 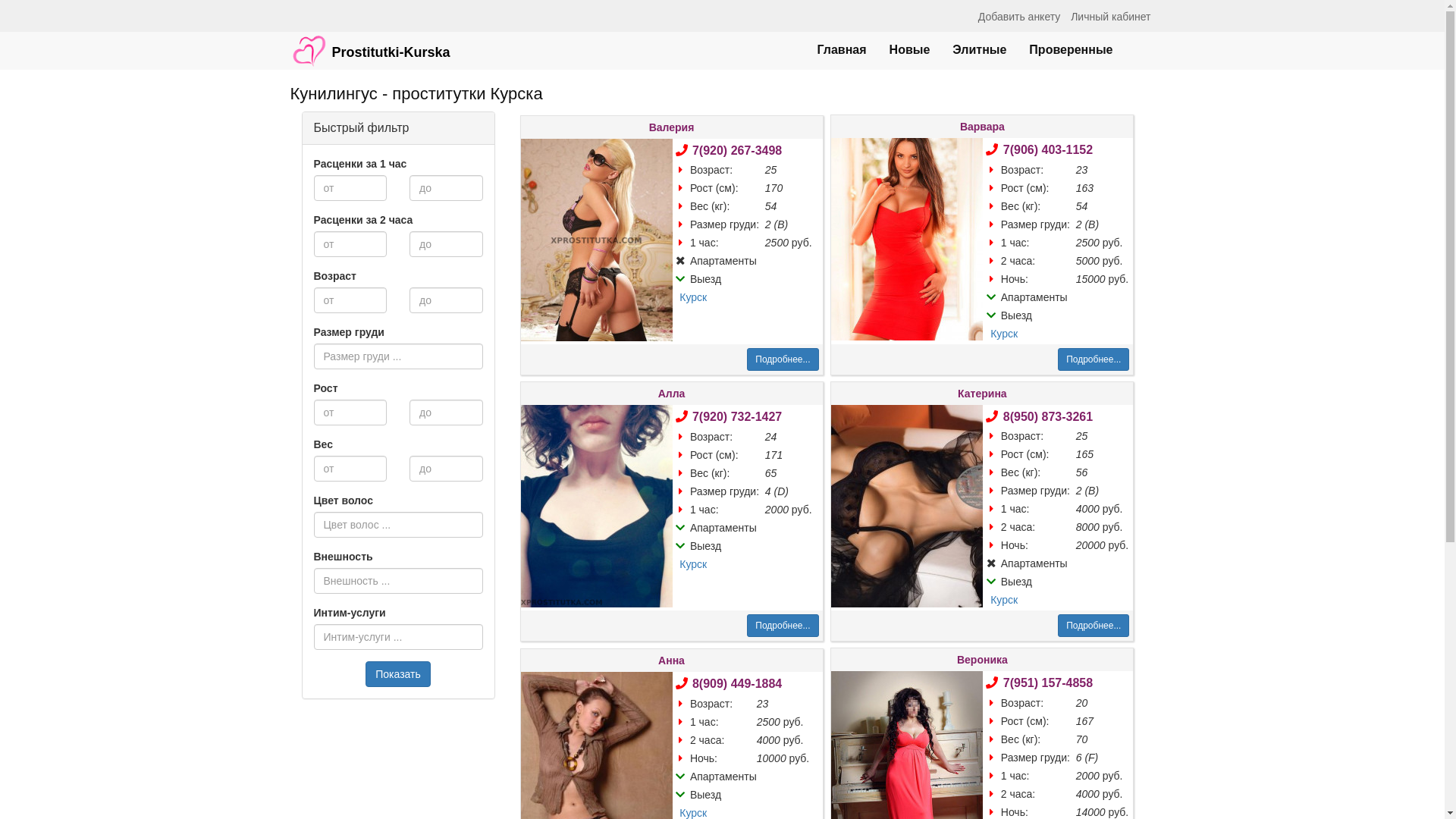 I want to click on 'Prostitutki-Kurska', so click(x=370, y=42).